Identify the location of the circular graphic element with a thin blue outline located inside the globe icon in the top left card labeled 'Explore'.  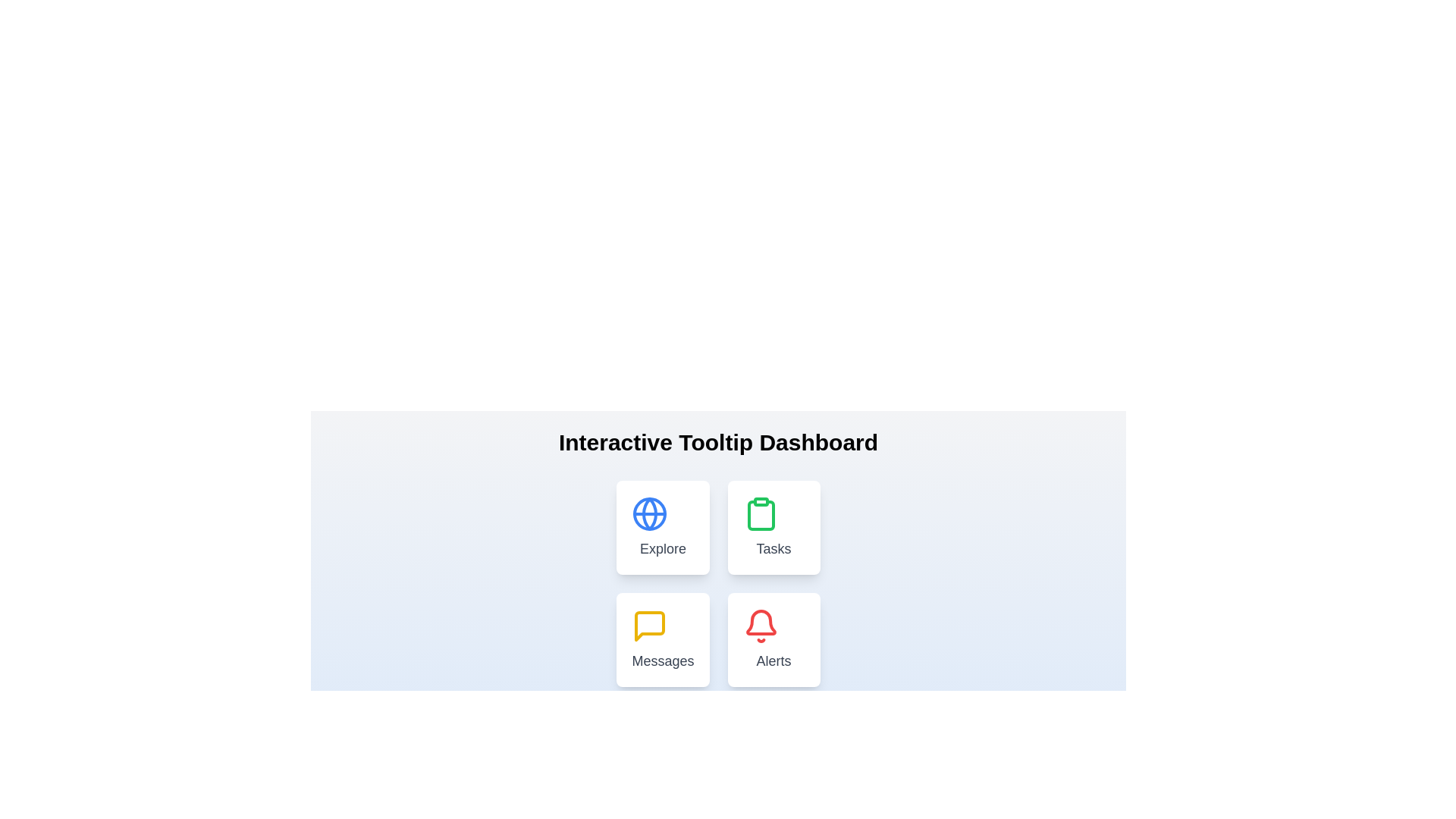
(650, 513).